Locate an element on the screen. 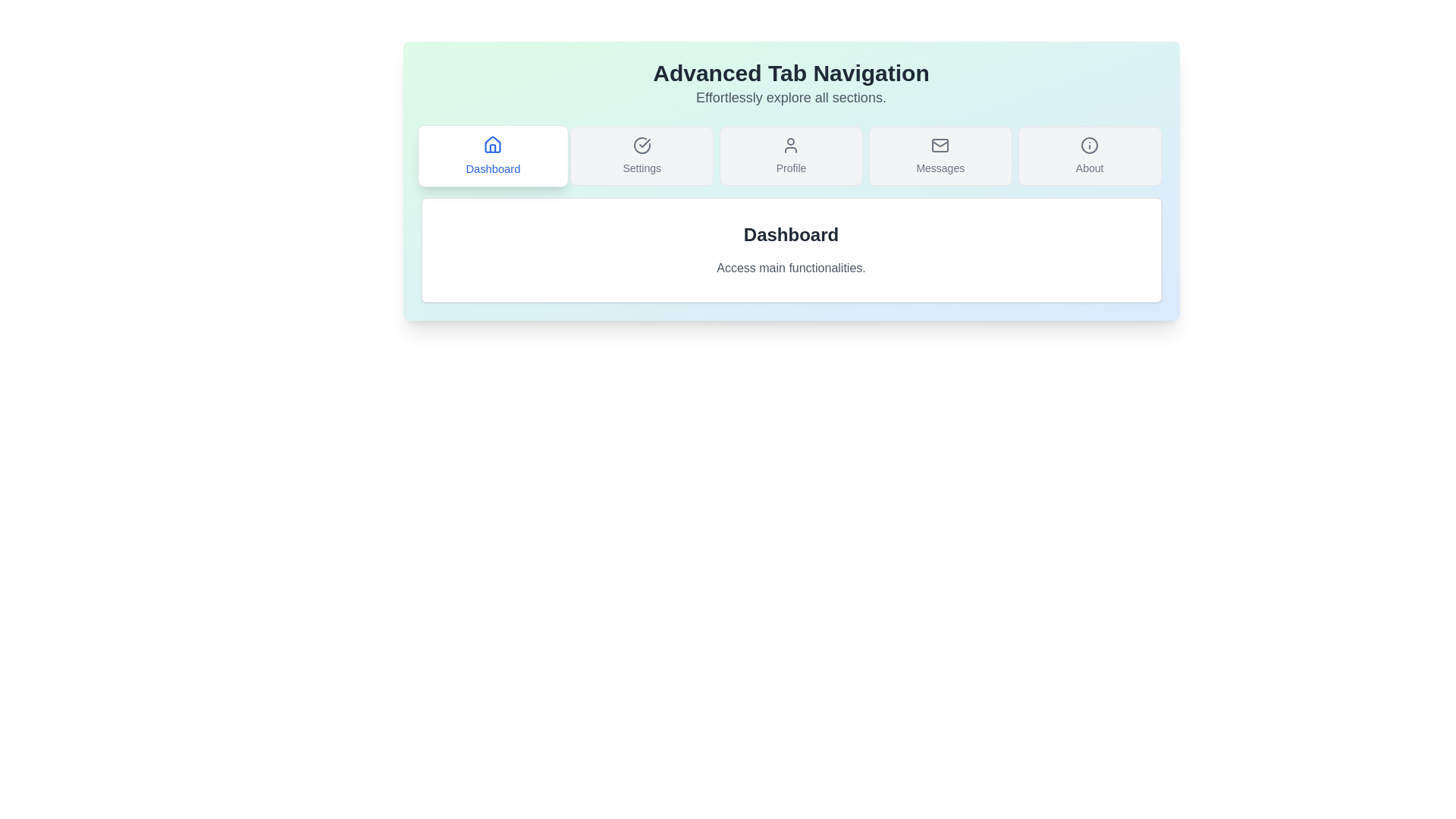  the tab button labeled Dashboard to navigate to the corresponding tab is located at coordinates (492, 155).